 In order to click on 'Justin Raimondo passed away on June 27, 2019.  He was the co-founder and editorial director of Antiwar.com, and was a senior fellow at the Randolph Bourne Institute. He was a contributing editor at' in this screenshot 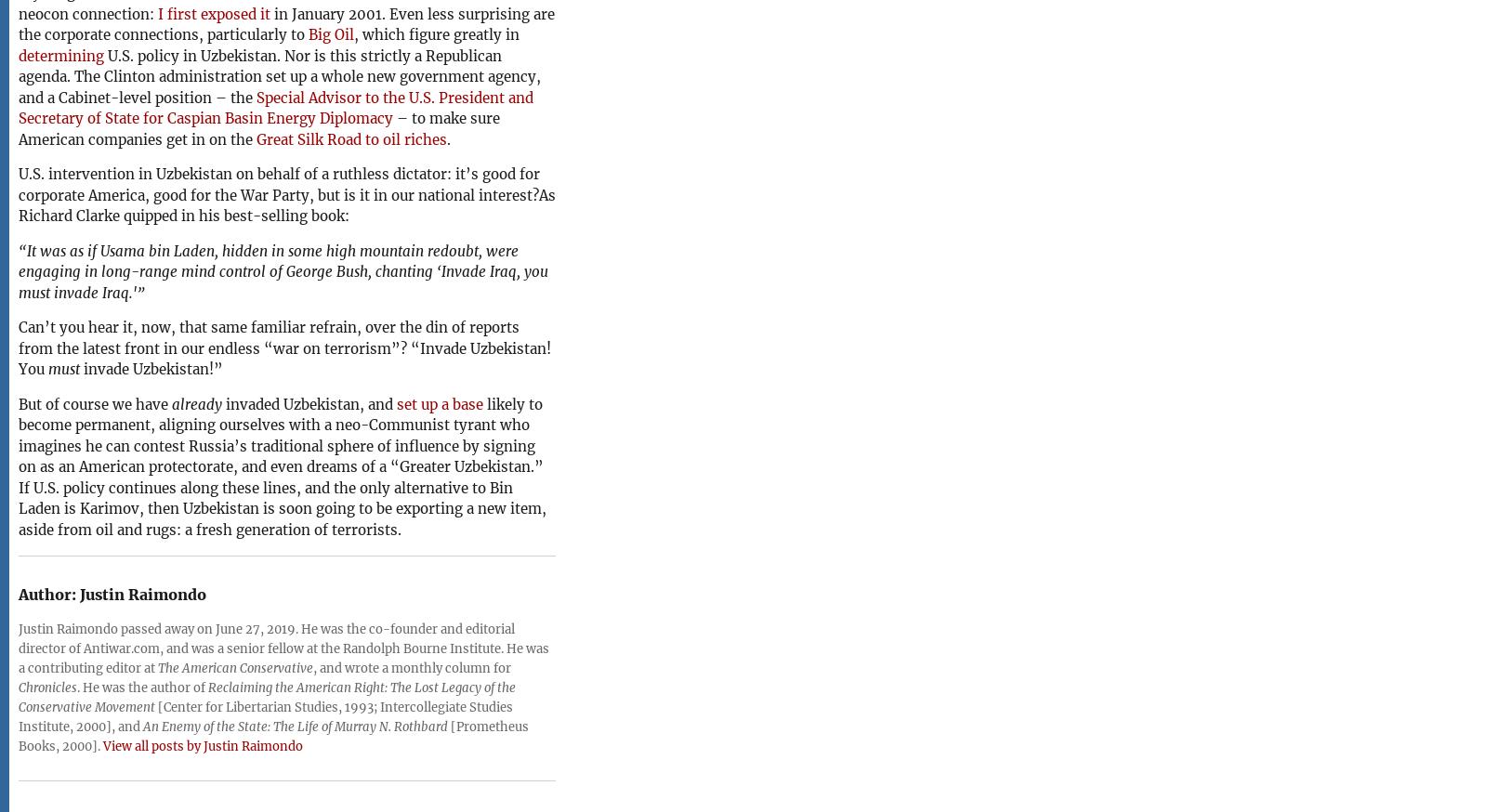, I will do `click(283, 648)`.